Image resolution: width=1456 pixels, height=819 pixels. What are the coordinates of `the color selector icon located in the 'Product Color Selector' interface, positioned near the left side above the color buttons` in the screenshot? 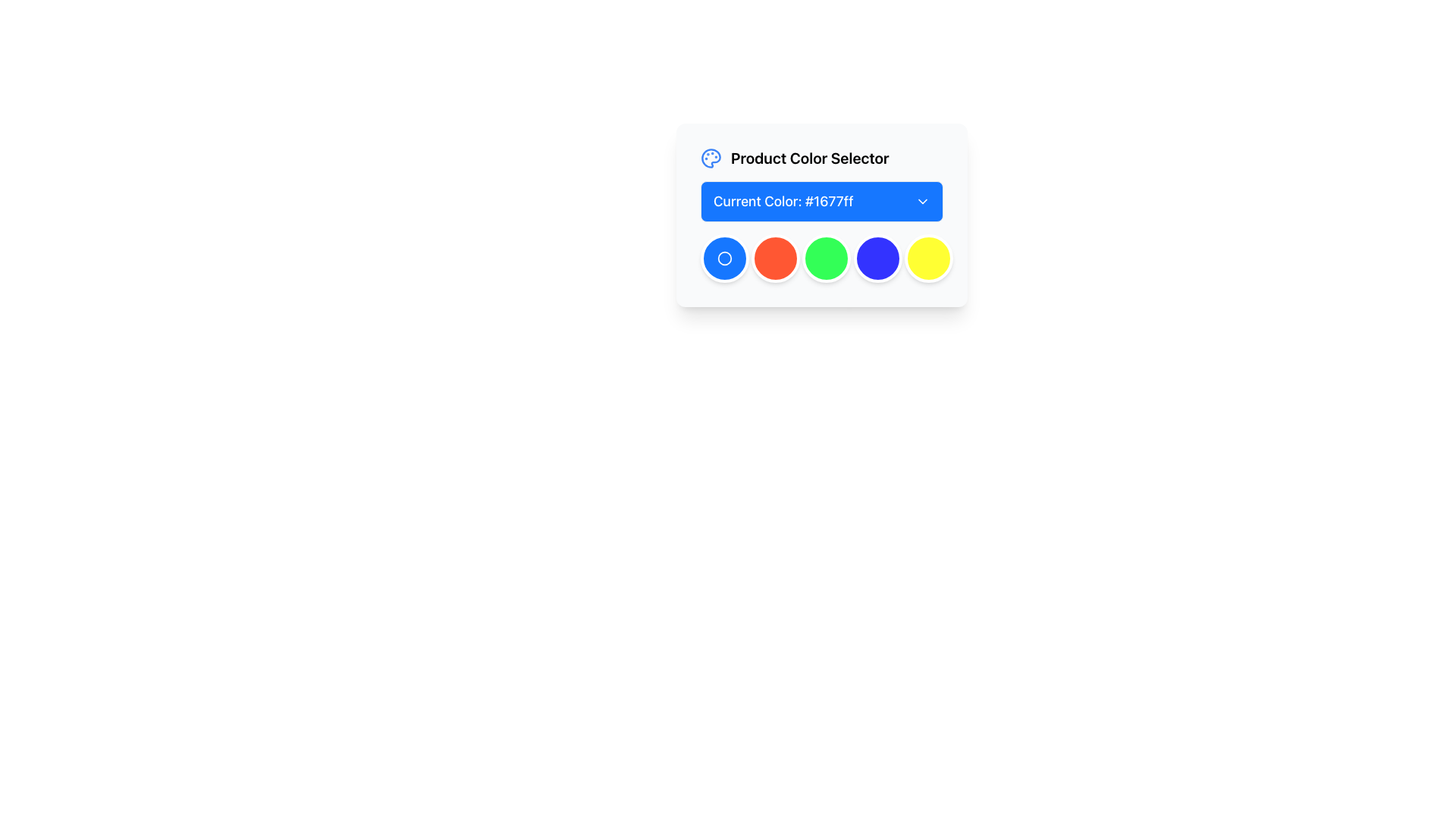 It's located at (710, 158).